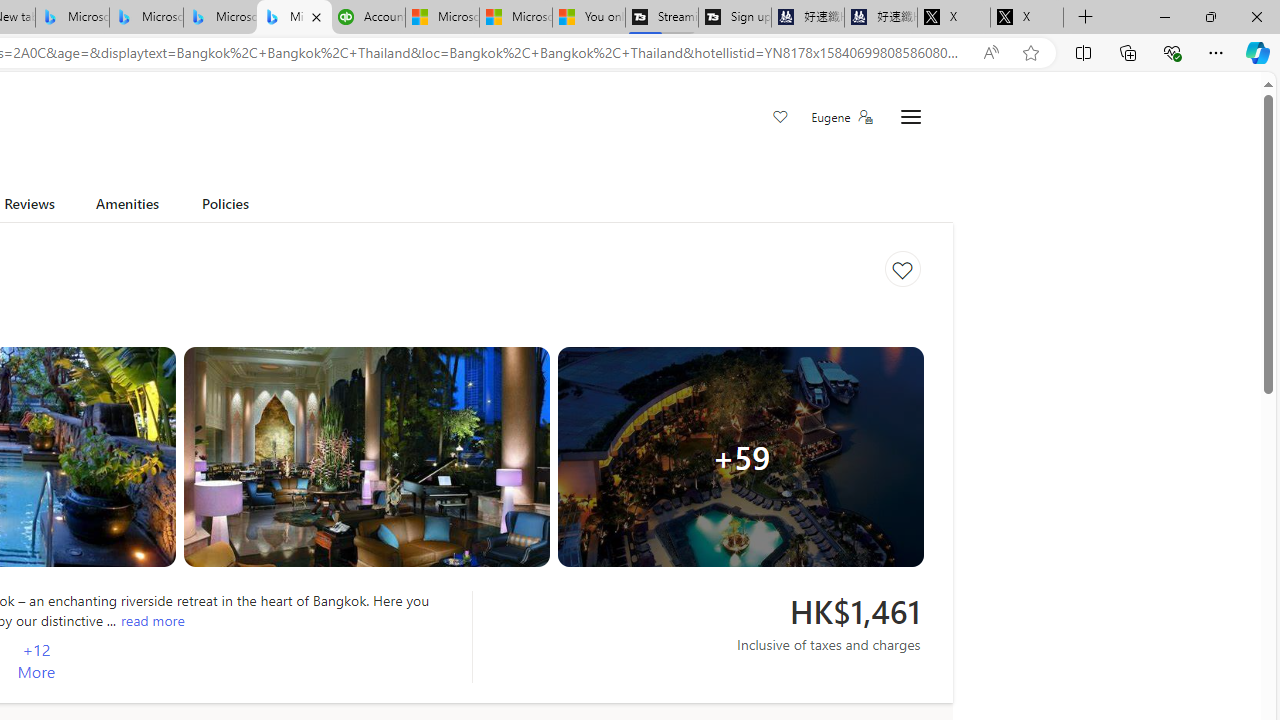 This screenshot has height=720, width=1280. What do you see at coordinates (740, 456) in the screenshot?
I see `'Hotel room image + 59'` at bounding box center [740, 456].